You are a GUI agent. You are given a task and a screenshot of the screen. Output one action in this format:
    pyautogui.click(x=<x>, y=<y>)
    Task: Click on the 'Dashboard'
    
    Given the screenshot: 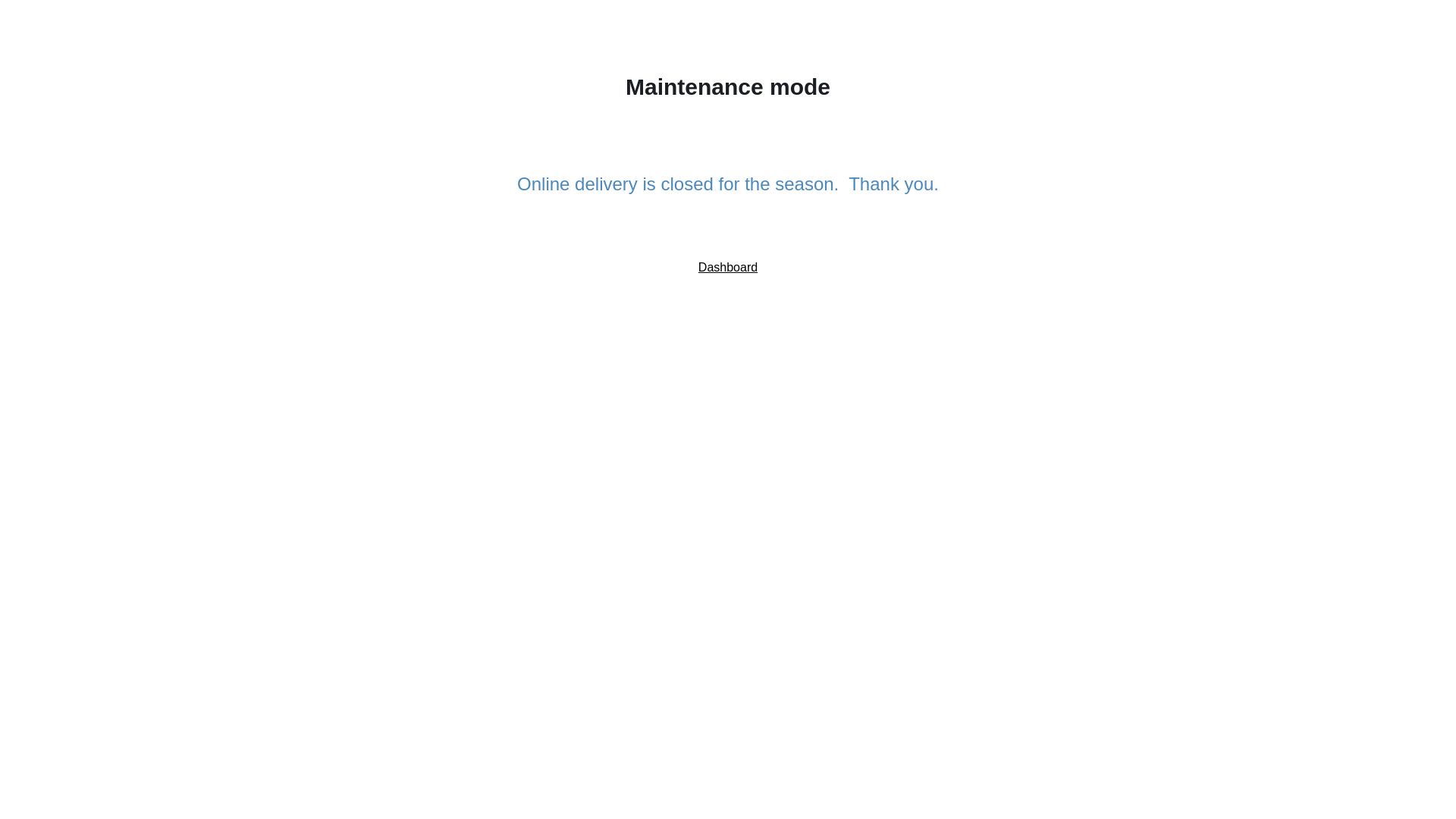 What is the action you would take?
    pyautogui.click(x=728, y=266)
    